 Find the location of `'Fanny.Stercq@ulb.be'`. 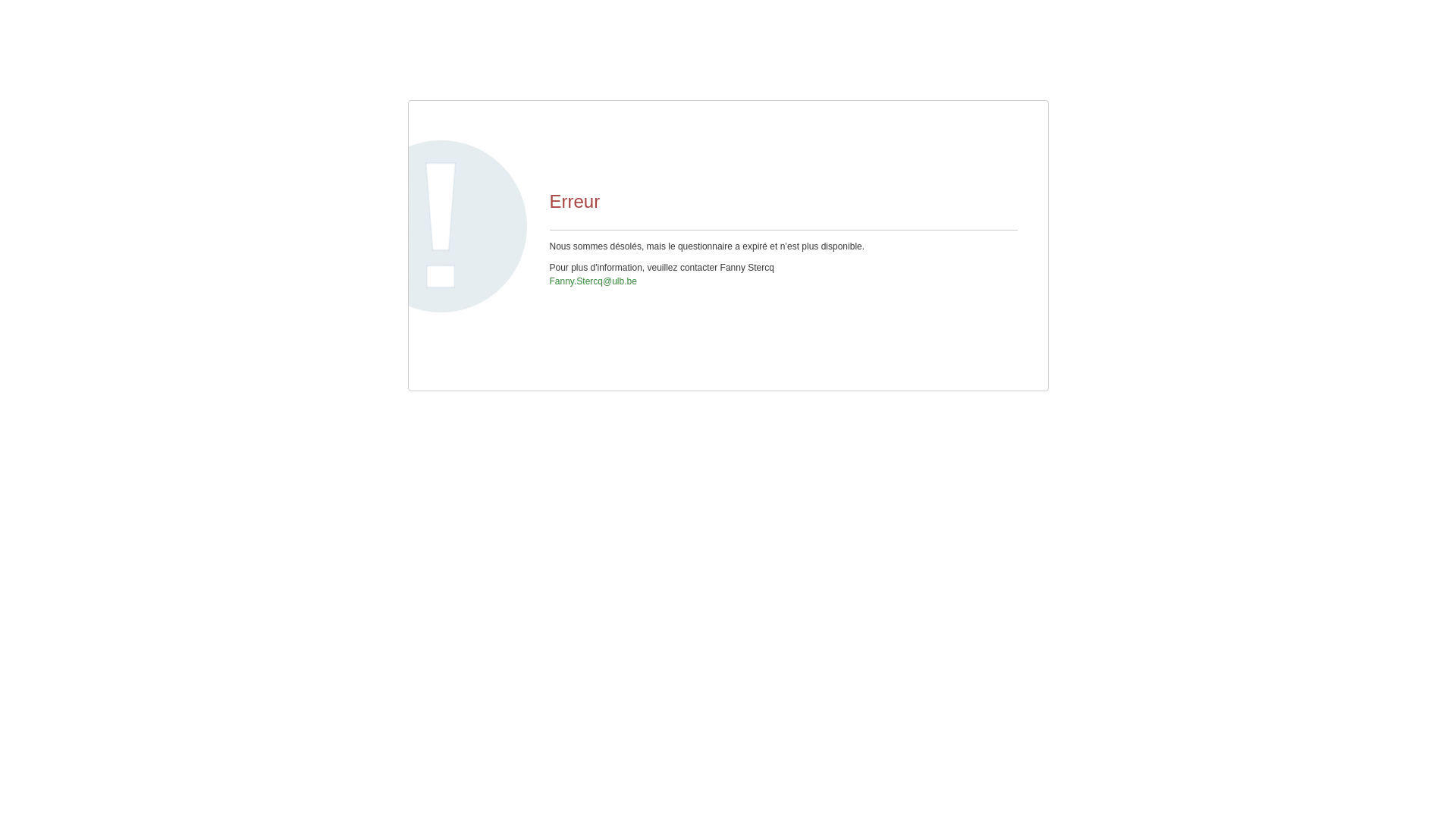

'Fanny.Stercq@ulb.be' is located at coordinates (591, 281).